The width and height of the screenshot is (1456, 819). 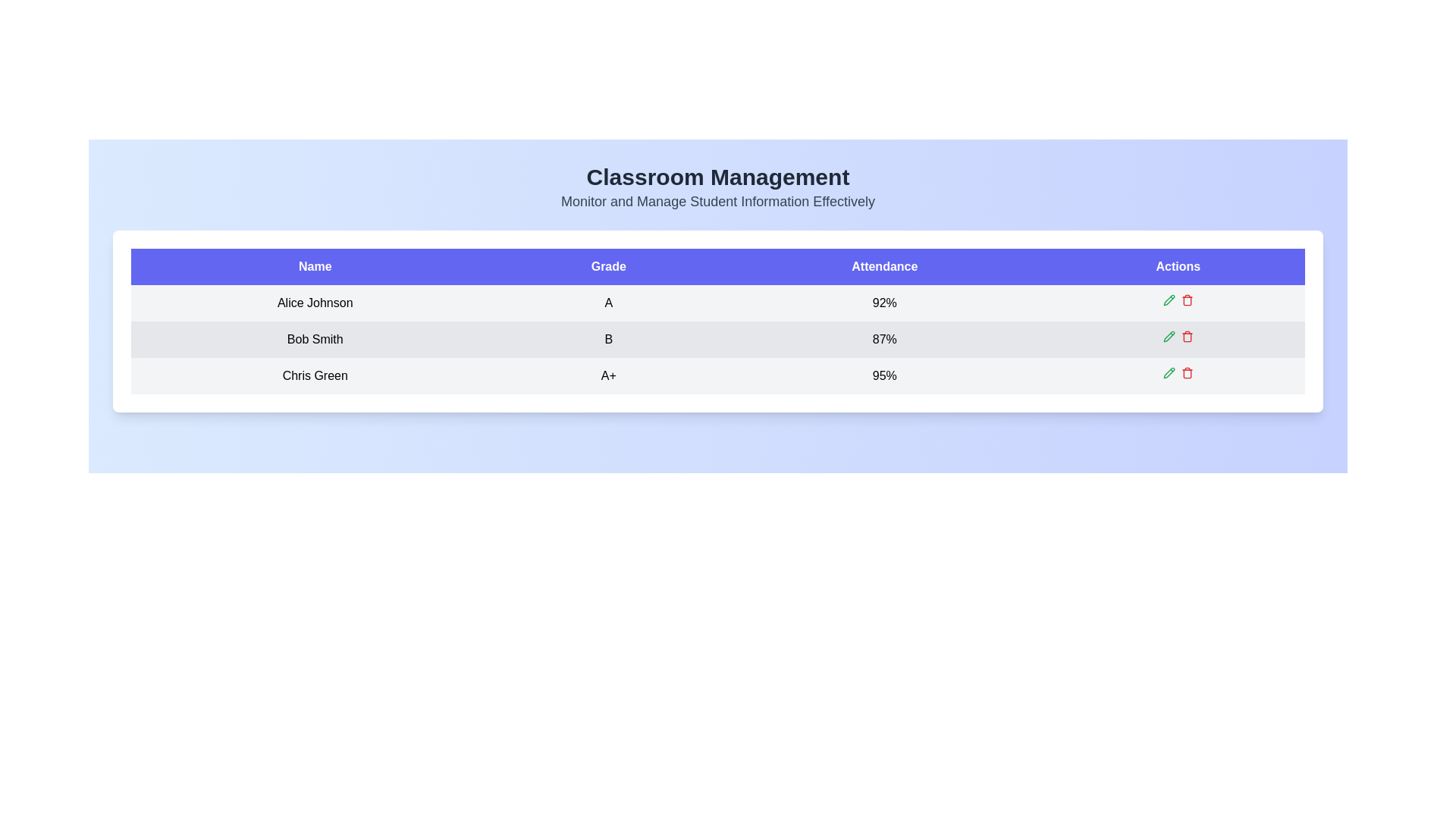 What do you see at coordinates (717, 303) in the screenshot?
I see `the first row in the table that presents information about Alice Johnson, including their grade and attendance percentage` at bounding box center [717, 303].